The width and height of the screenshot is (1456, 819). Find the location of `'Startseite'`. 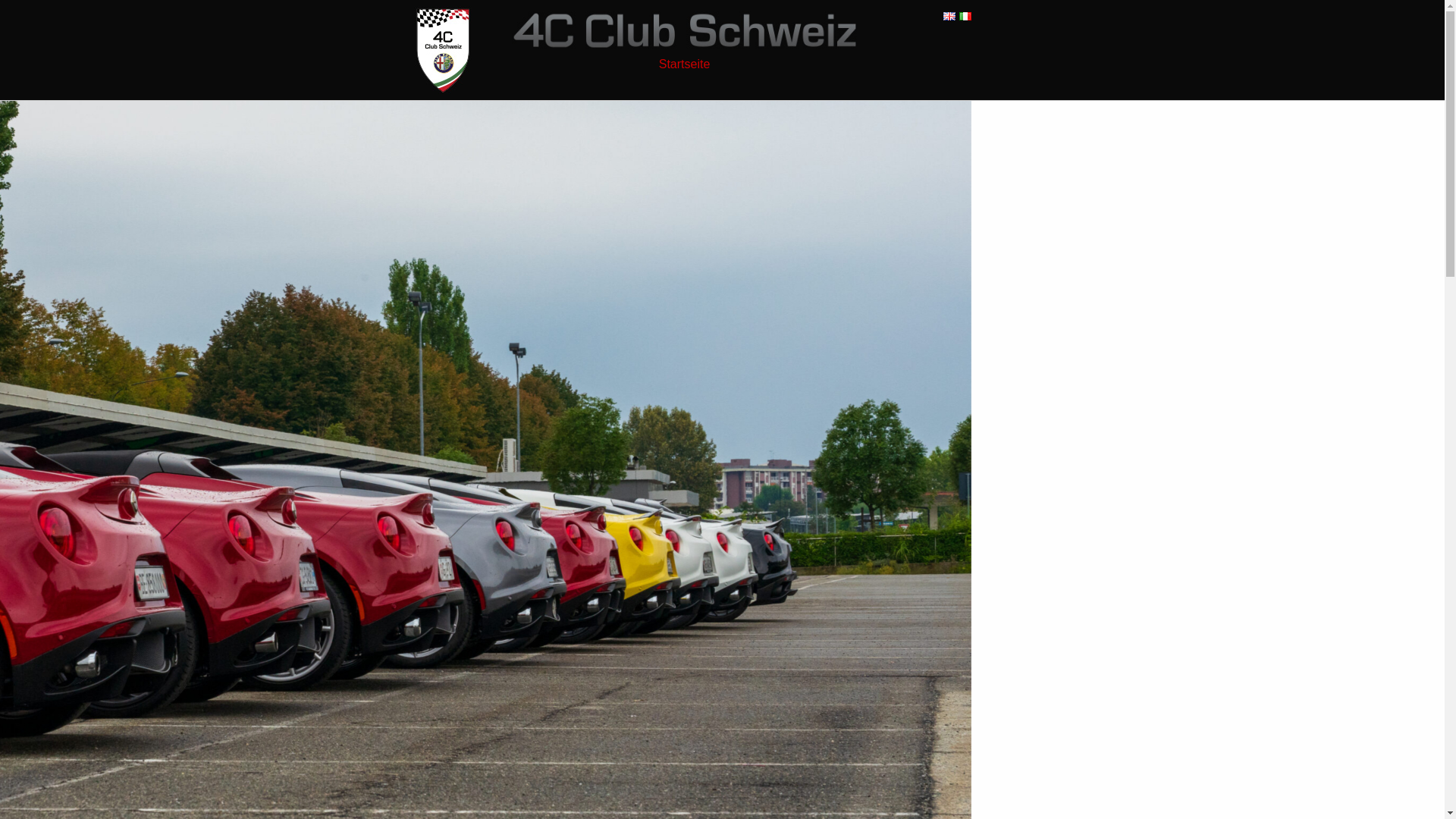

'Startseite' is located at coordinates (683, 63).